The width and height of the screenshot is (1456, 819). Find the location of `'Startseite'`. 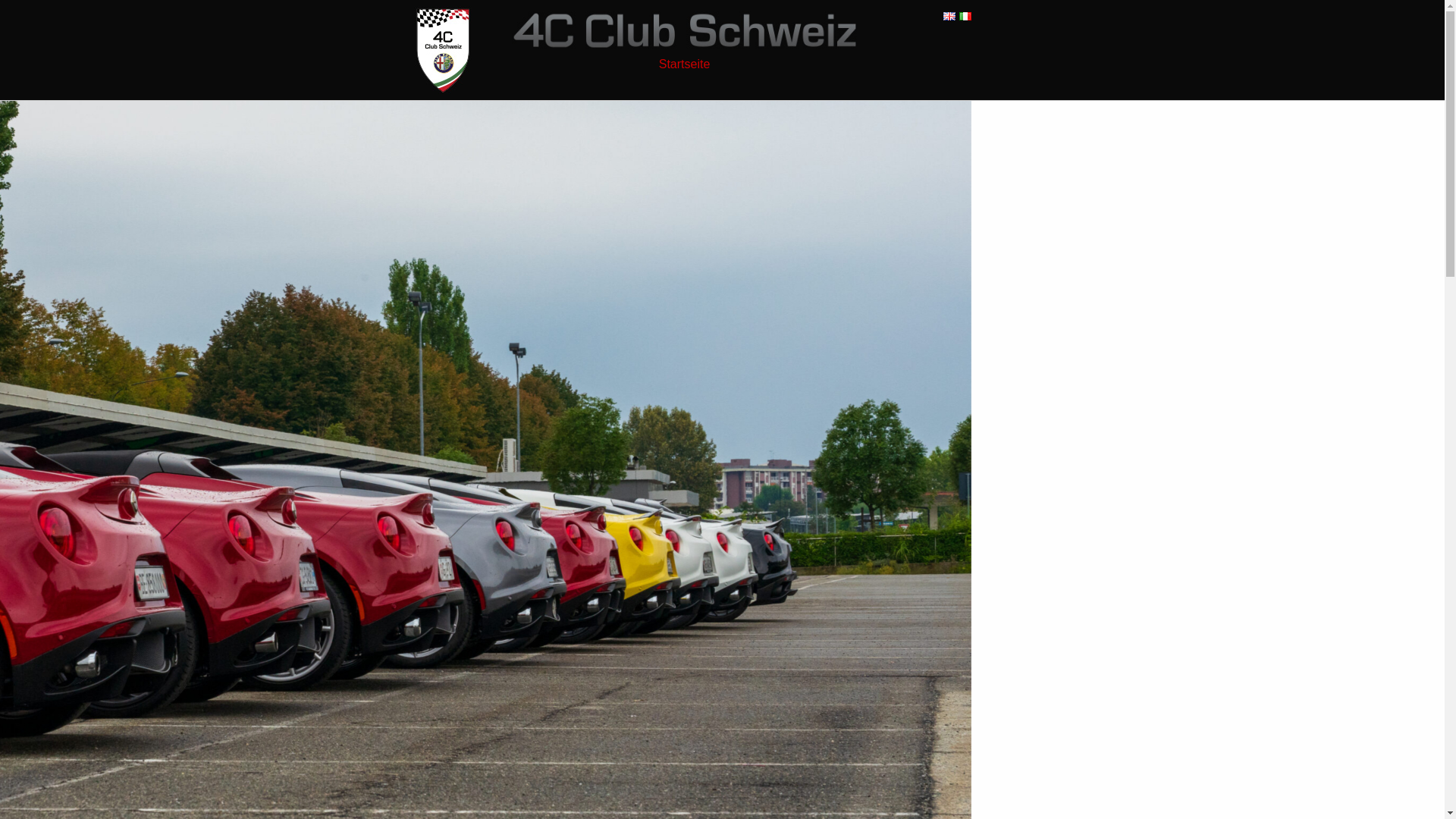

'Startseite' is located at coordinates (683, 63).